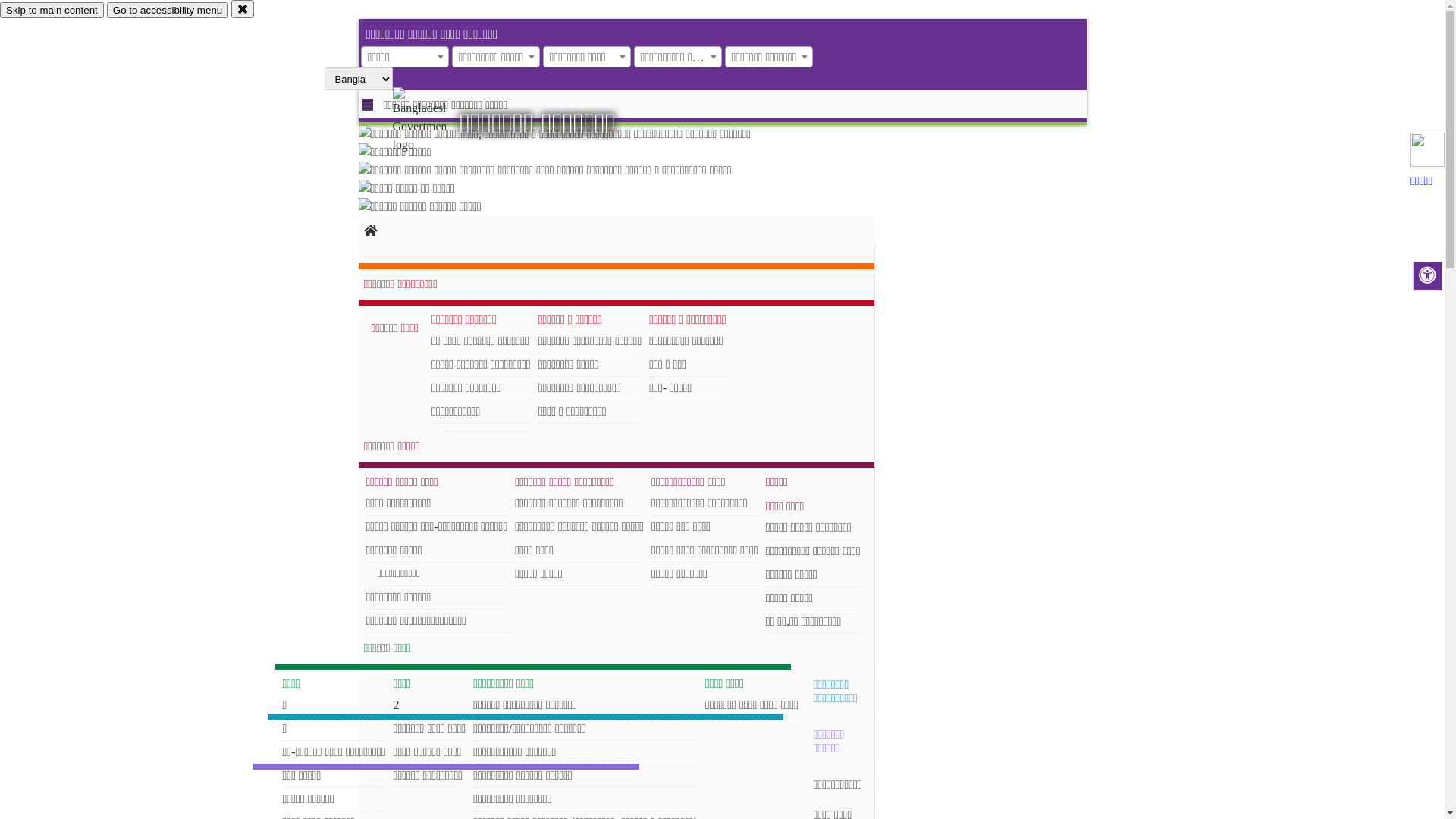  I want to click on 'Go to accessibility menu', so click(167, 10).